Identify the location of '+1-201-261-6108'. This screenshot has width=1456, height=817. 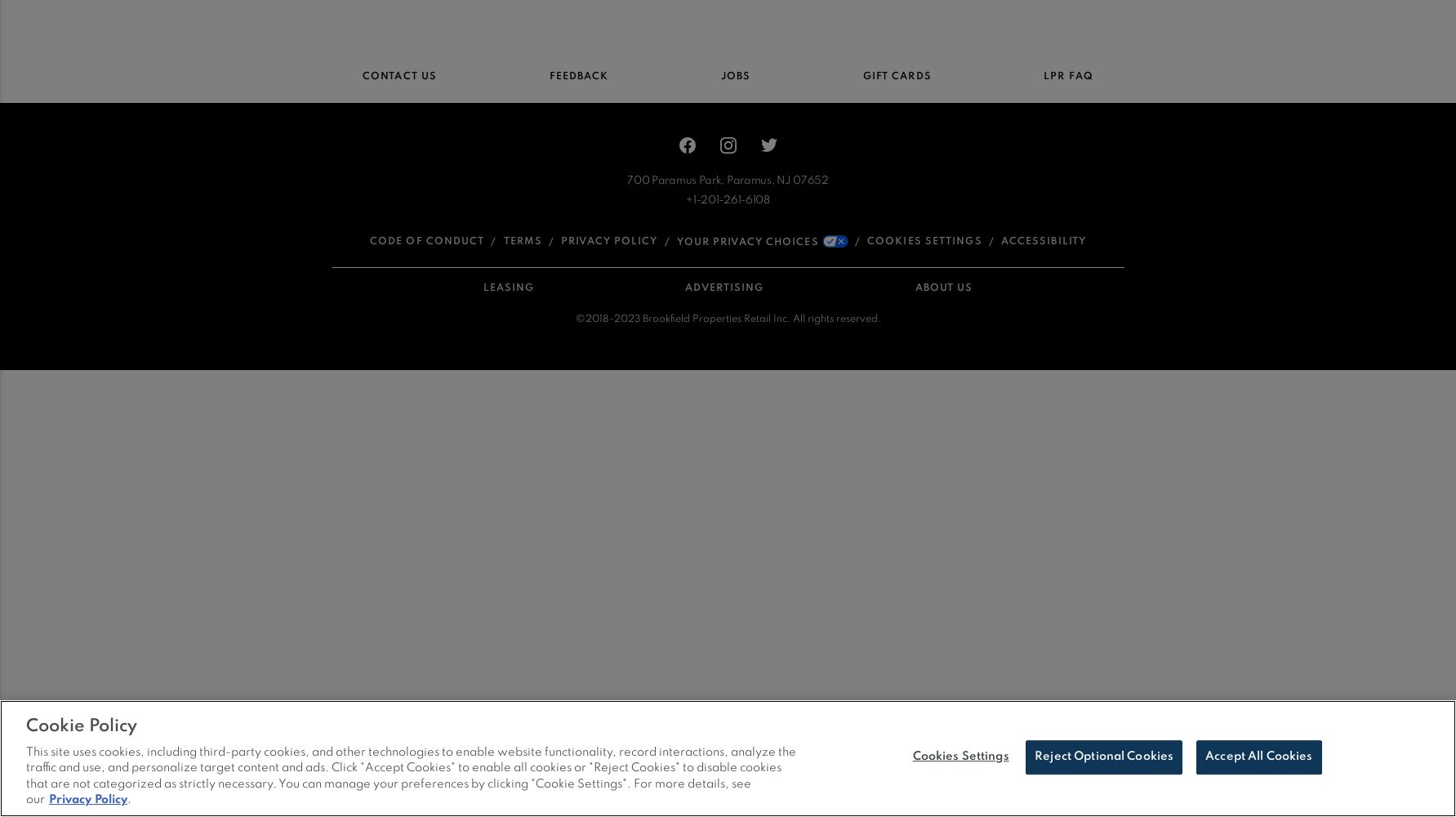
(685, 199).